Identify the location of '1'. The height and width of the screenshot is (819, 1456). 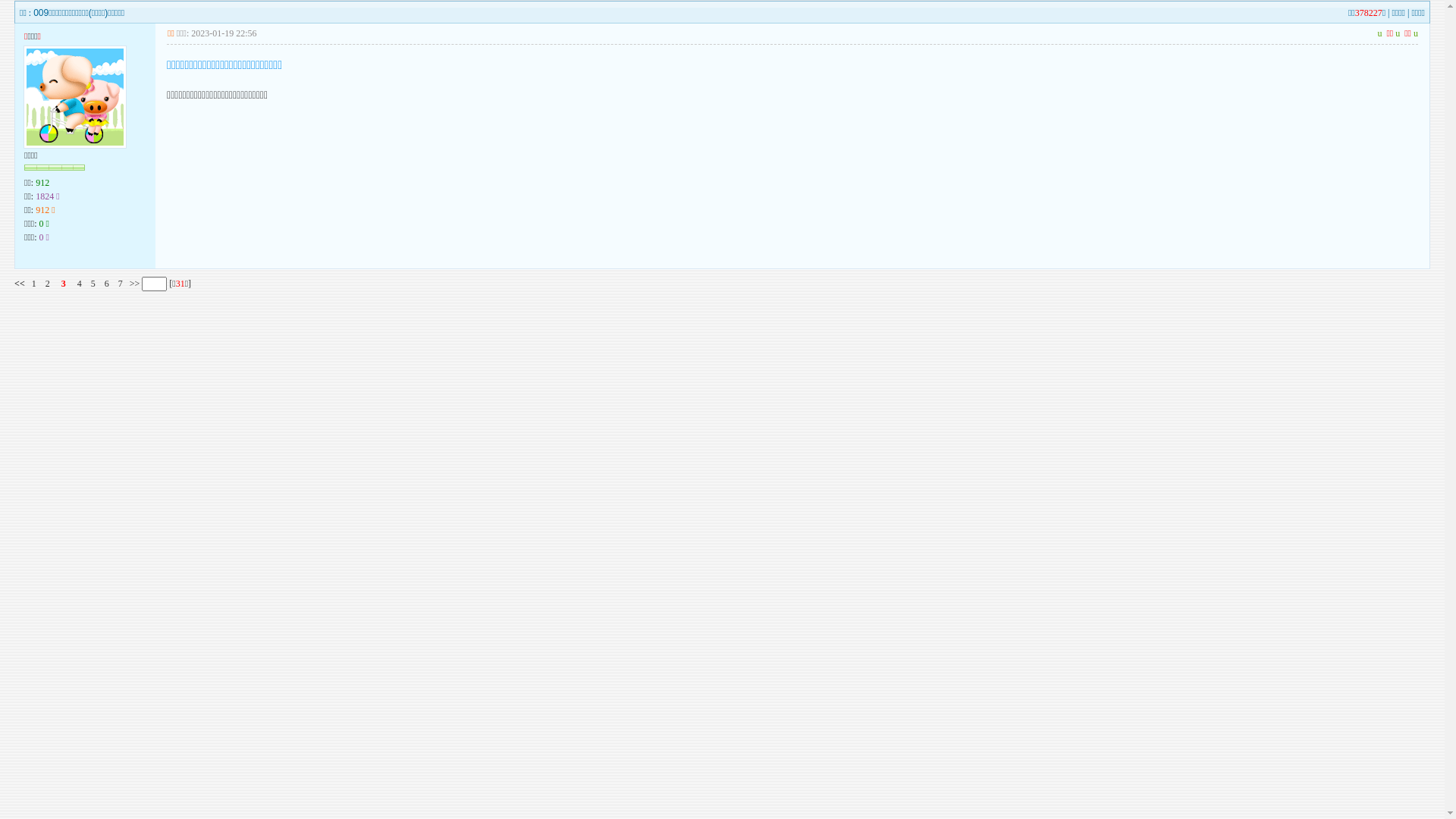
(33, 284).